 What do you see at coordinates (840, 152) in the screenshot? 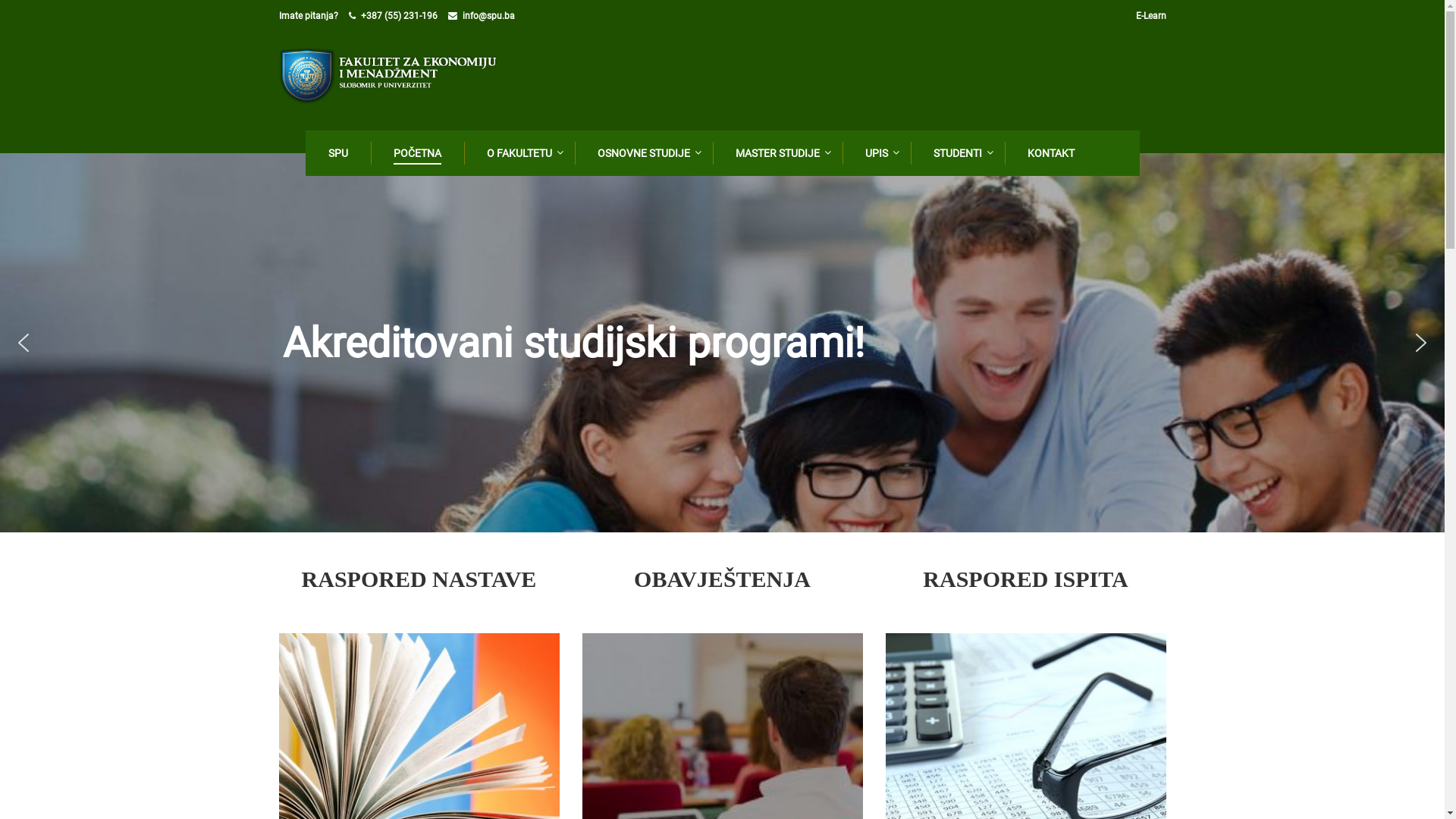
I see `'UPIS'` at bounding box center [840, 152].